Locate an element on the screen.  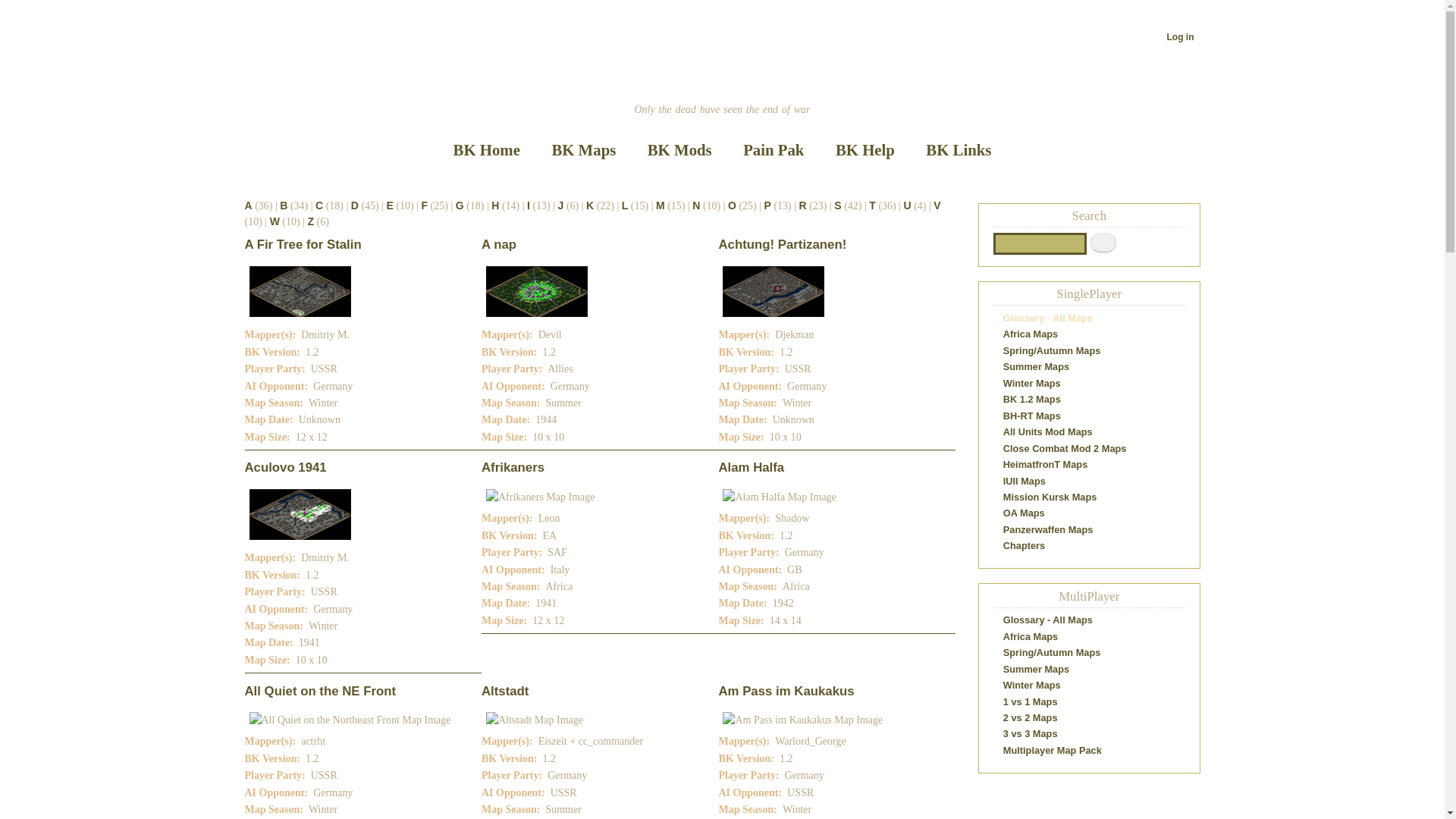
'IUII Maps' is located at coordinates (1024, 481).